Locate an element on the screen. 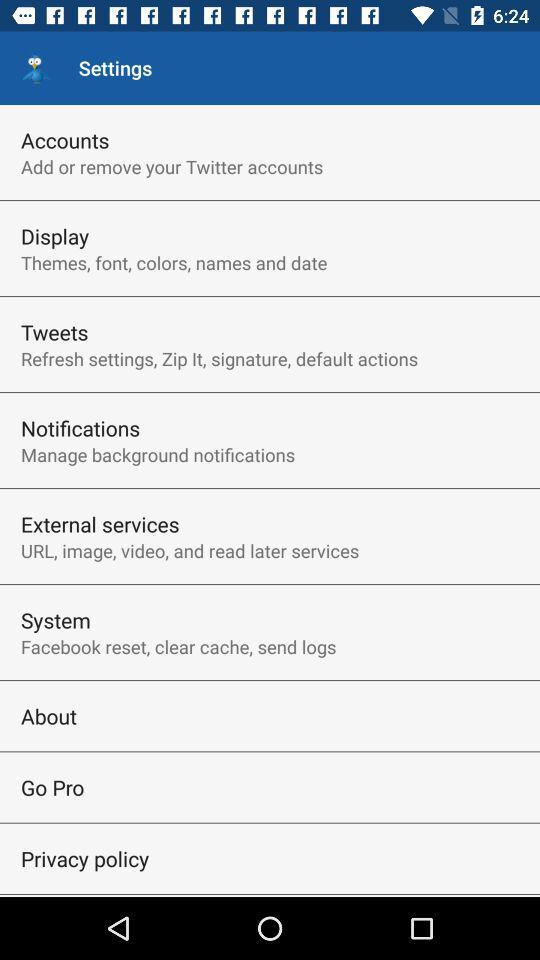 This screenshot has width=540, height=960. the icon above the display item is located at coordinates (172, 165).